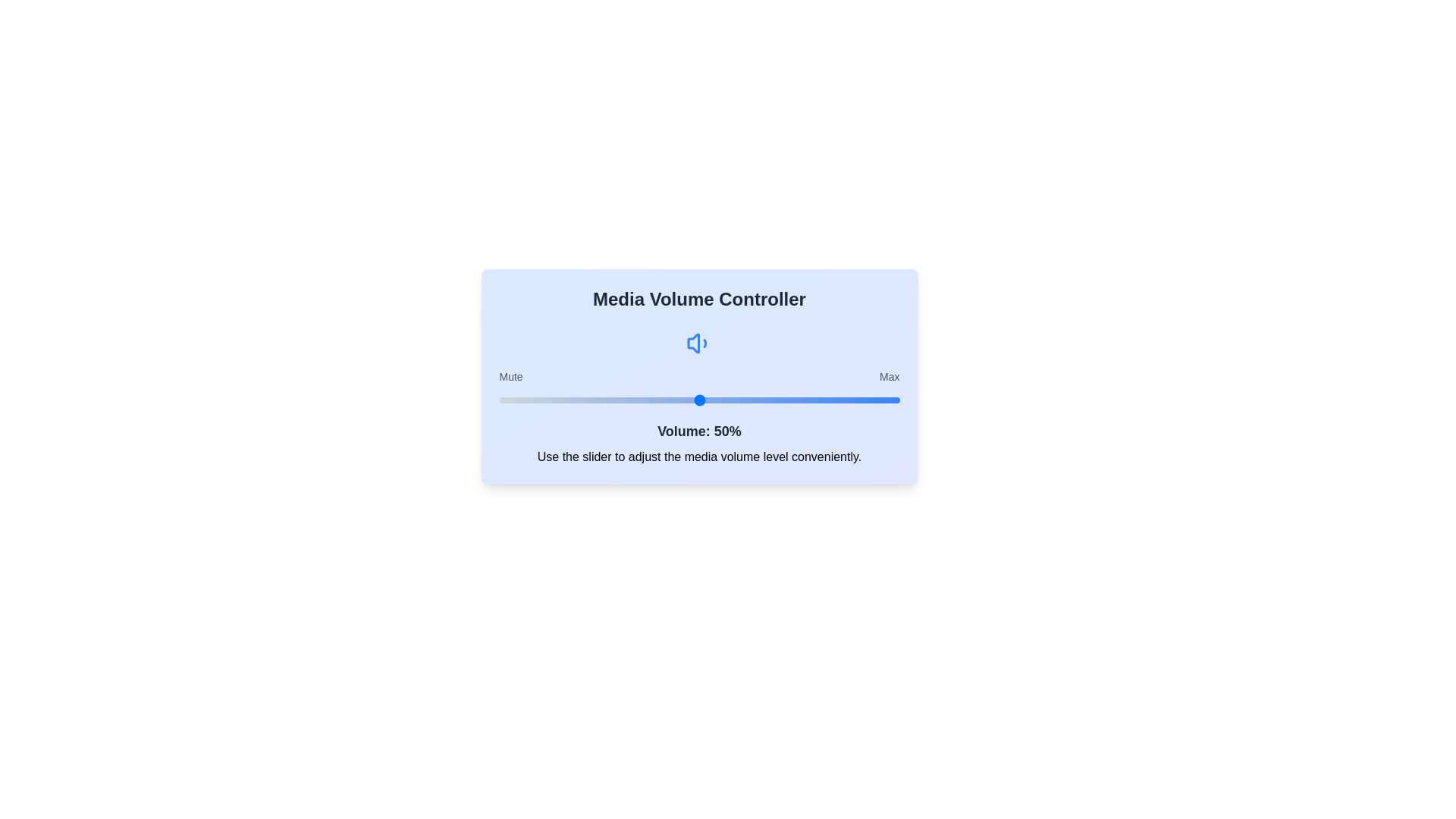 Image resolution: width=1456 pixels, height=819 pixels. What do you see at coordinates (554, 400) in the screenshot?
I see `the volume to 14% by adjusting the slider` at bounding box center [554, 400].